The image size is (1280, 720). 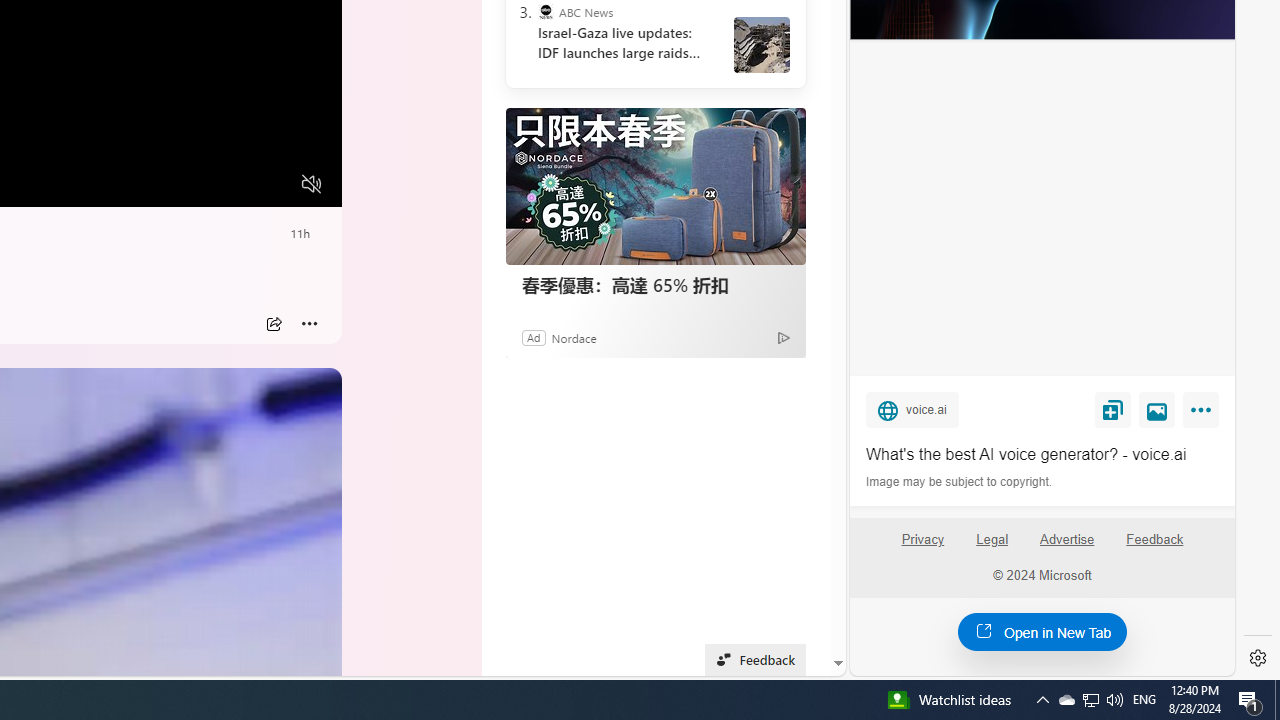 What do you see at coordinates (960, 482) in the screenshot?
I see `'Image may be subject to copyright.'` at bounding box center [960, 482].